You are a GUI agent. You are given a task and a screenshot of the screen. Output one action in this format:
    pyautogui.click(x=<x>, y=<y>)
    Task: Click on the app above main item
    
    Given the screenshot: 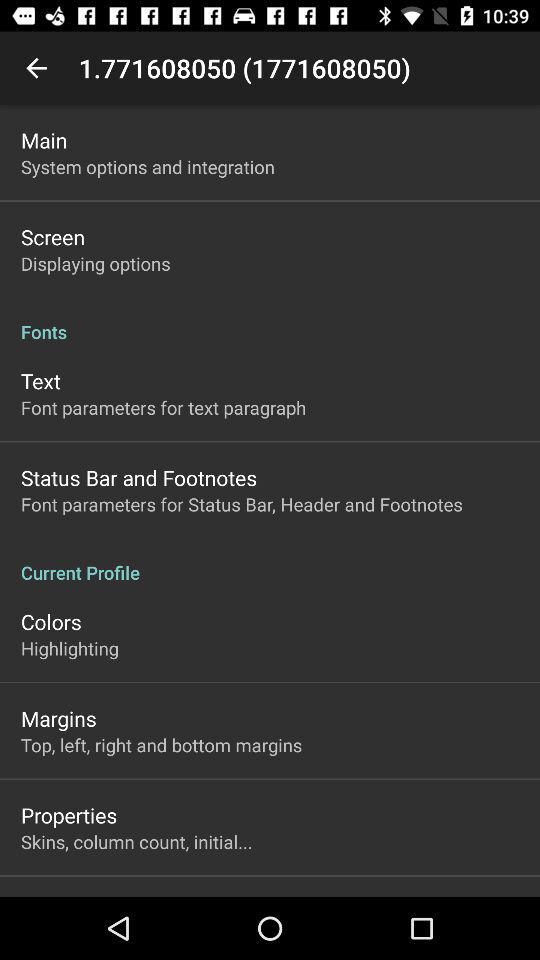 What is the action you would take?
    pyautogui.click(x=36, y=68)
    